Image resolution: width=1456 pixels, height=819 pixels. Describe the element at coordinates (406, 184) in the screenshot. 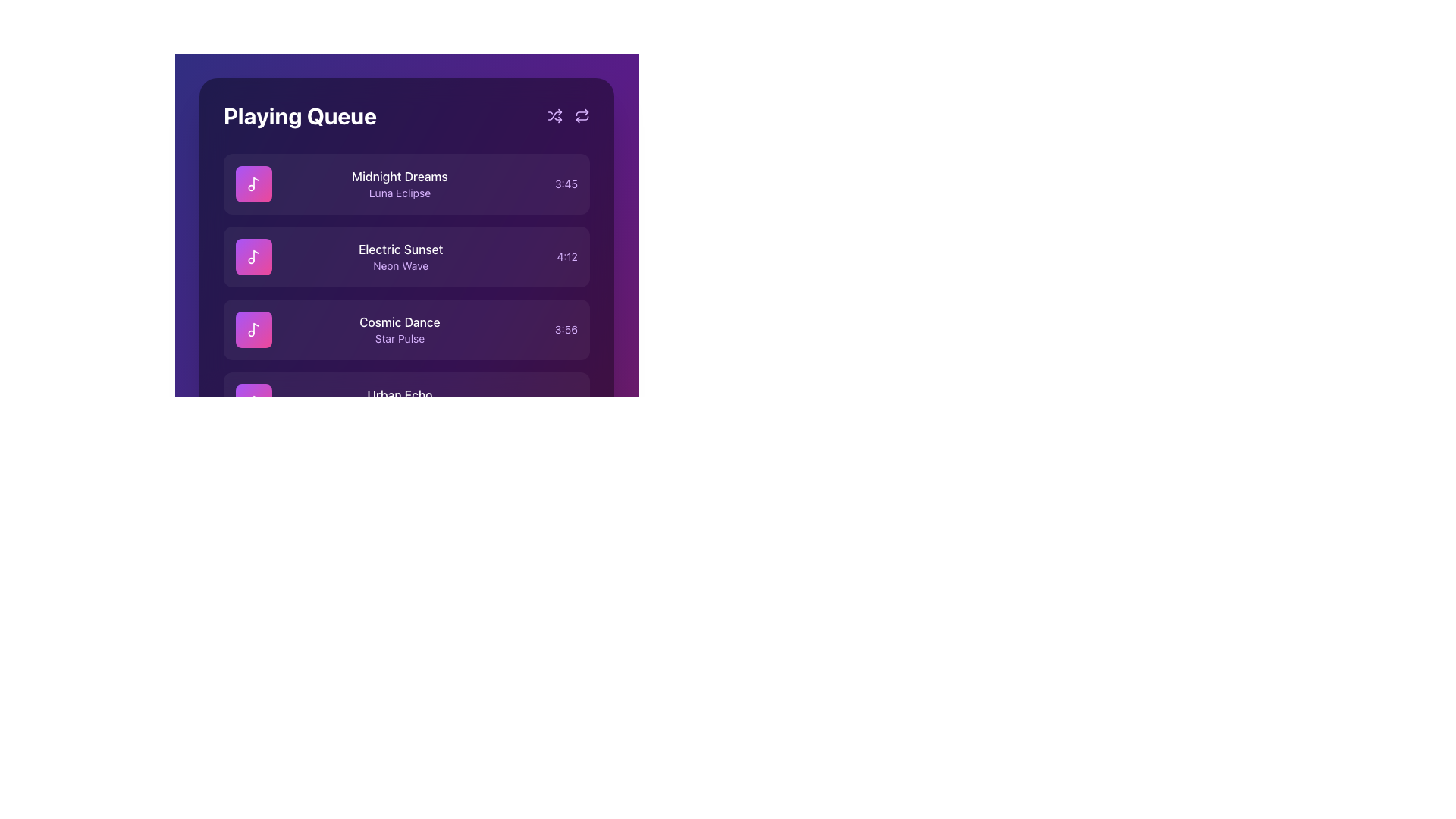

I see `the first item in the 'Playing Queue' music playlist to change its background visually` at that location.